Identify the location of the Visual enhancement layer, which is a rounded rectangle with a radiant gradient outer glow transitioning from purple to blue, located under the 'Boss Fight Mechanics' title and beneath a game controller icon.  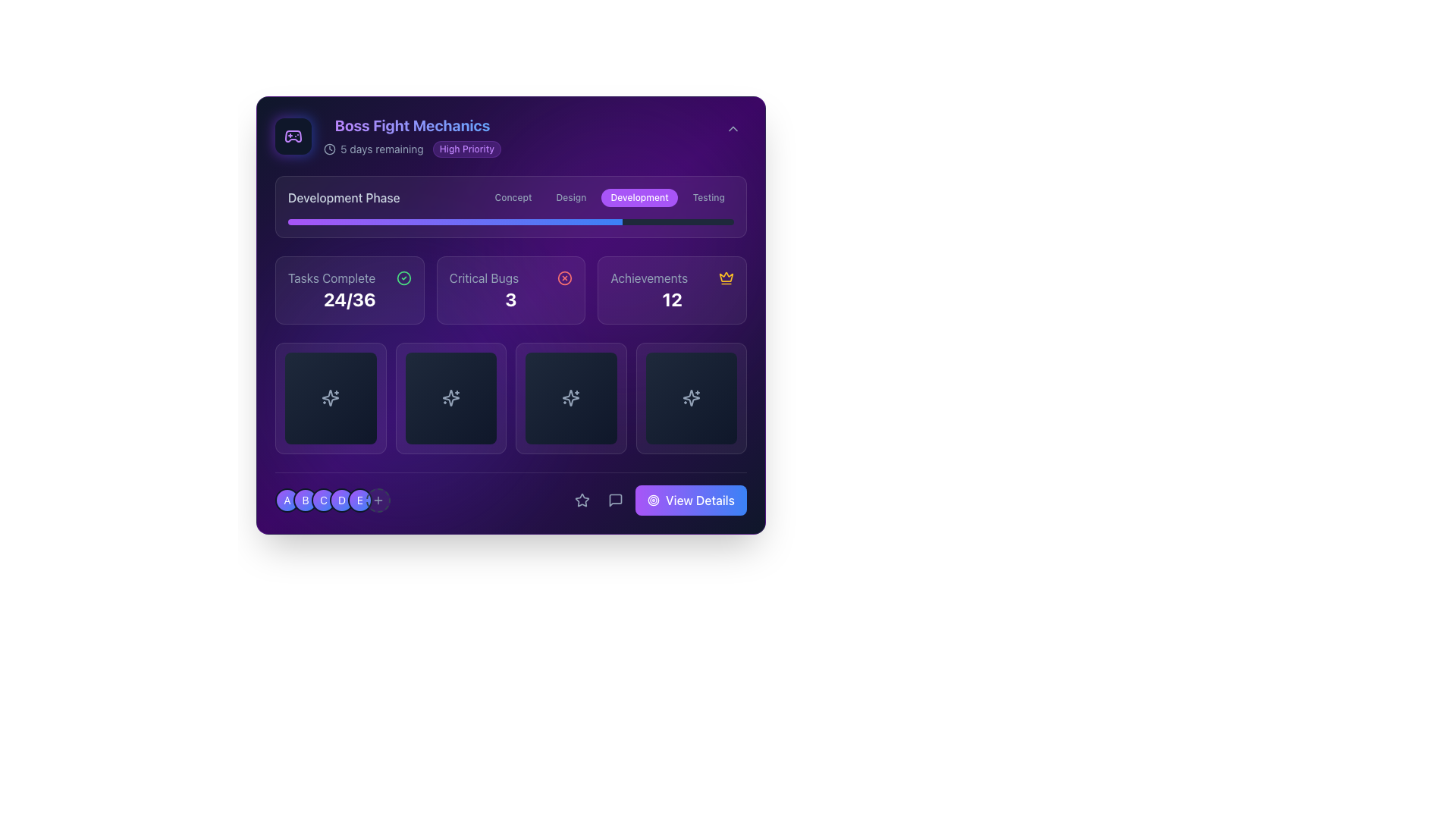
(293, 136).